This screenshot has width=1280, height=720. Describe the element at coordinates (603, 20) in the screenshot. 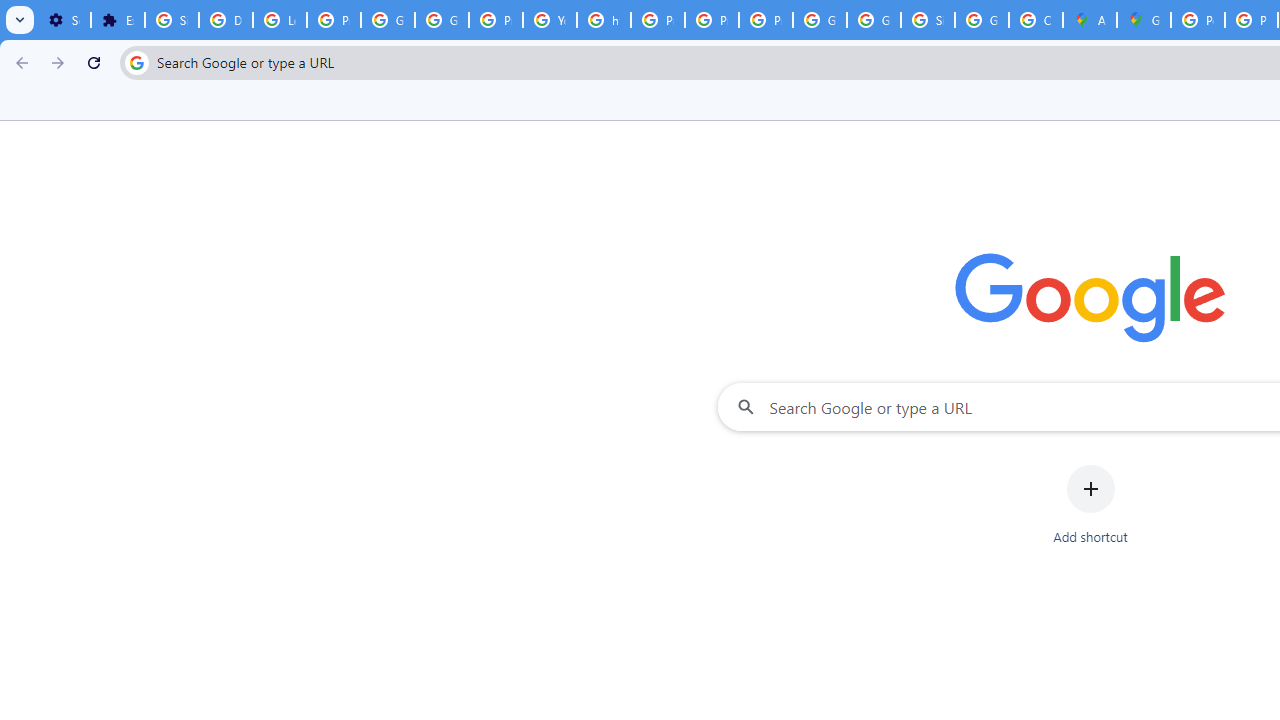

I see `'https://scholar.google.com/'` at that location.